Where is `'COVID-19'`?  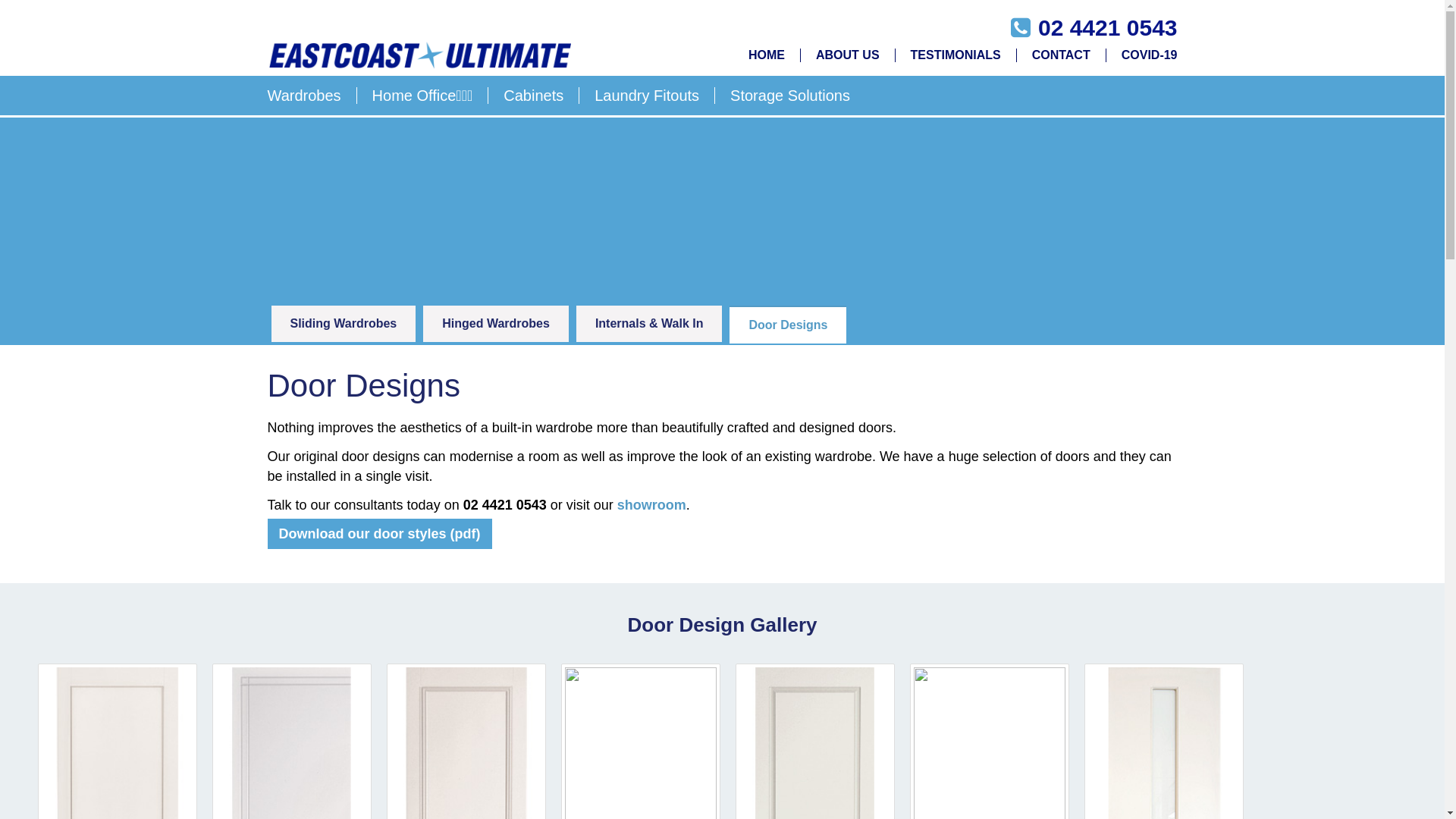 'COVID-19' is located at coordinates (1142, 55).